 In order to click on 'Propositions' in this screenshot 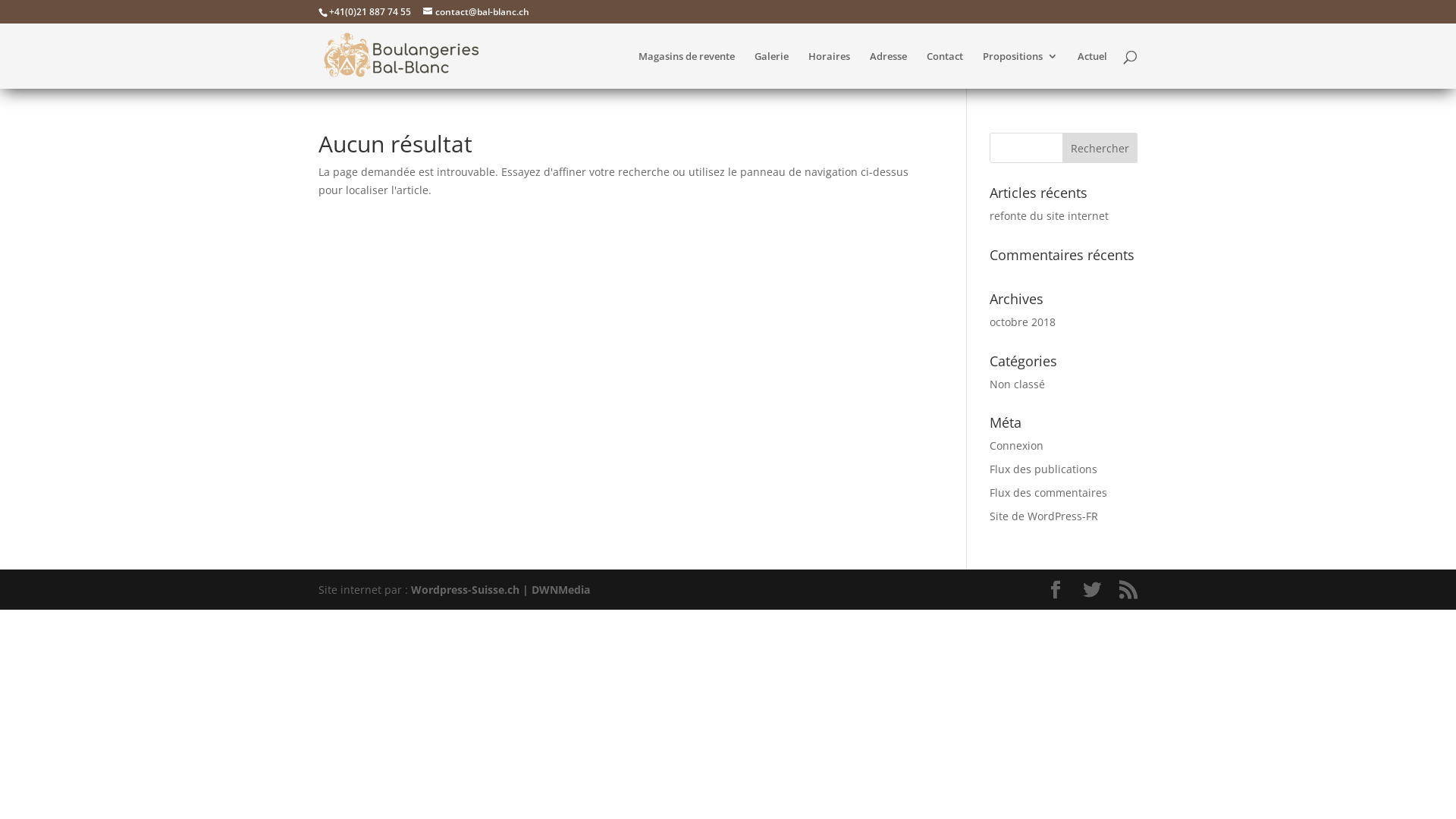, I will do `click(1020, 70)`.